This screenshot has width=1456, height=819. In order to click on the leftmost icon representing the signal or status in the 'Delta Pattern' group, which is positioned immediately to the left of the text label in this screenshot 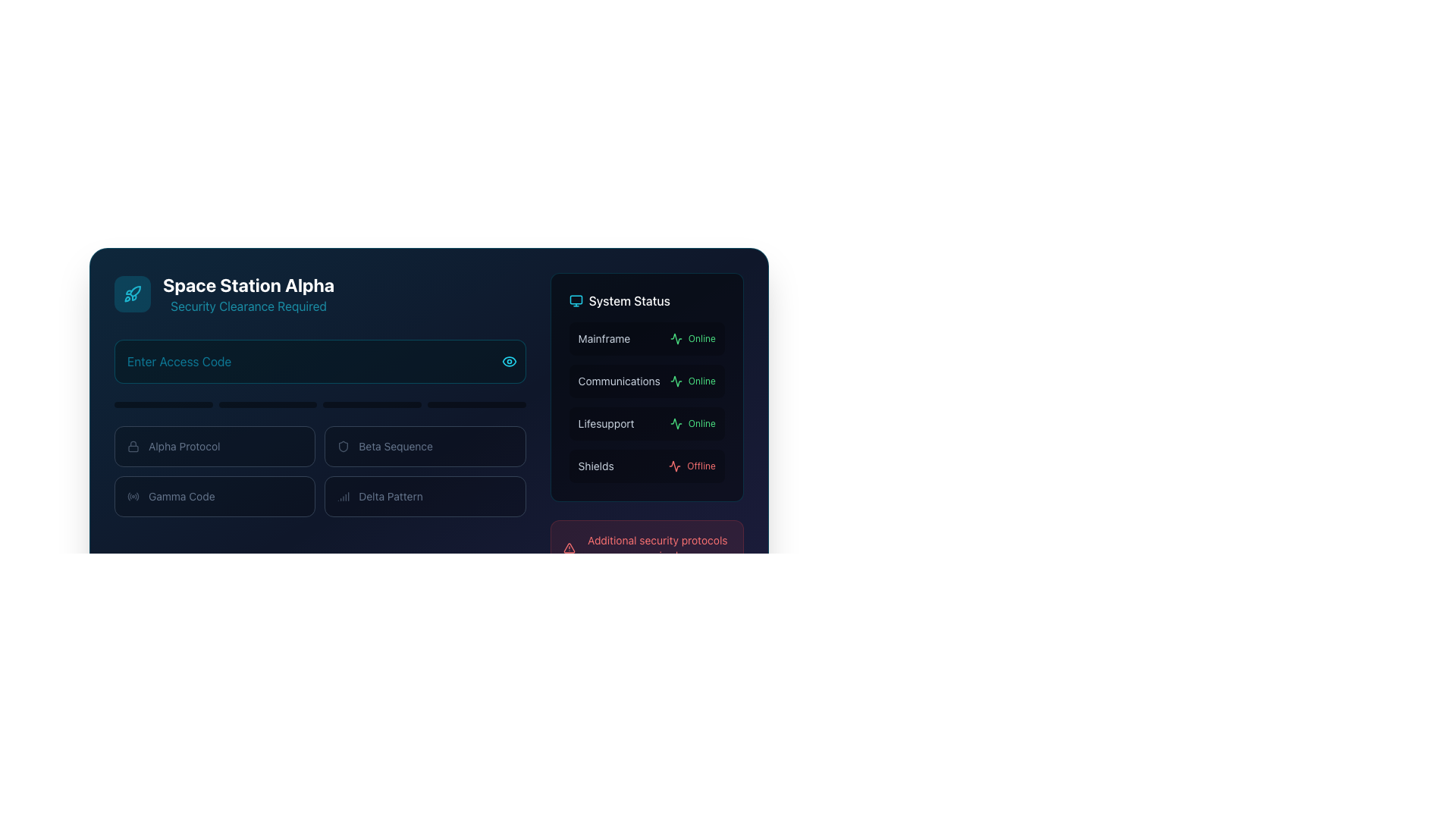, I will do `click(343, 497)`.